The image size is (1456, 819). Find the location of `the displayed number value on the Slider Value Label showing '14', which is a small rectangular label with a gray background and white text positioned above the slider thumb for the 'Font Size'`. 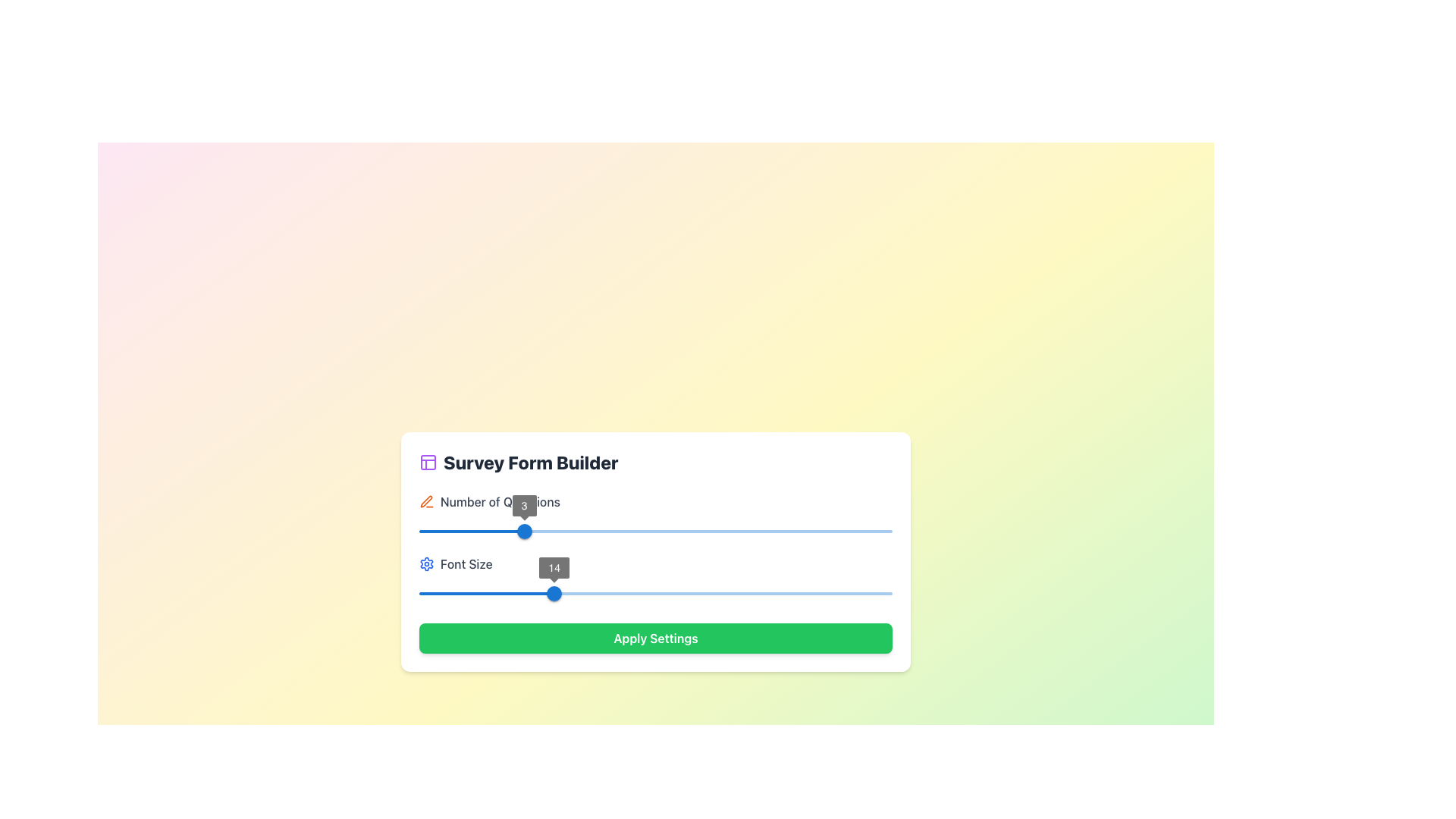

the displayed number value on the Slider Value Label showing '14', which is a small rectangular label with a gray background and white text positioned above the slider thumb for the 'Font Size' is located at coordinates (554, 567).